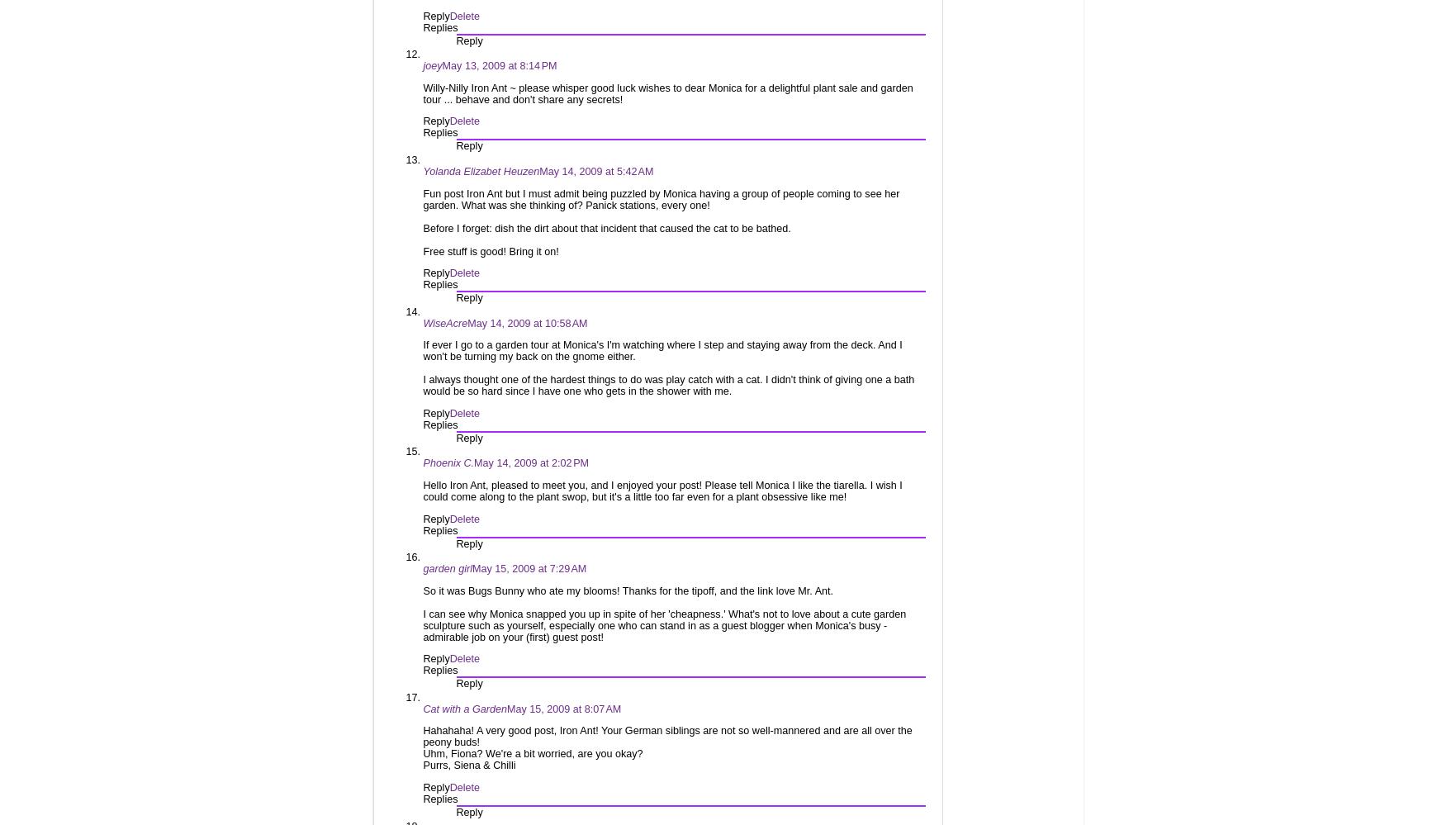  I want to click on 'garden girl', so click(447, 569).